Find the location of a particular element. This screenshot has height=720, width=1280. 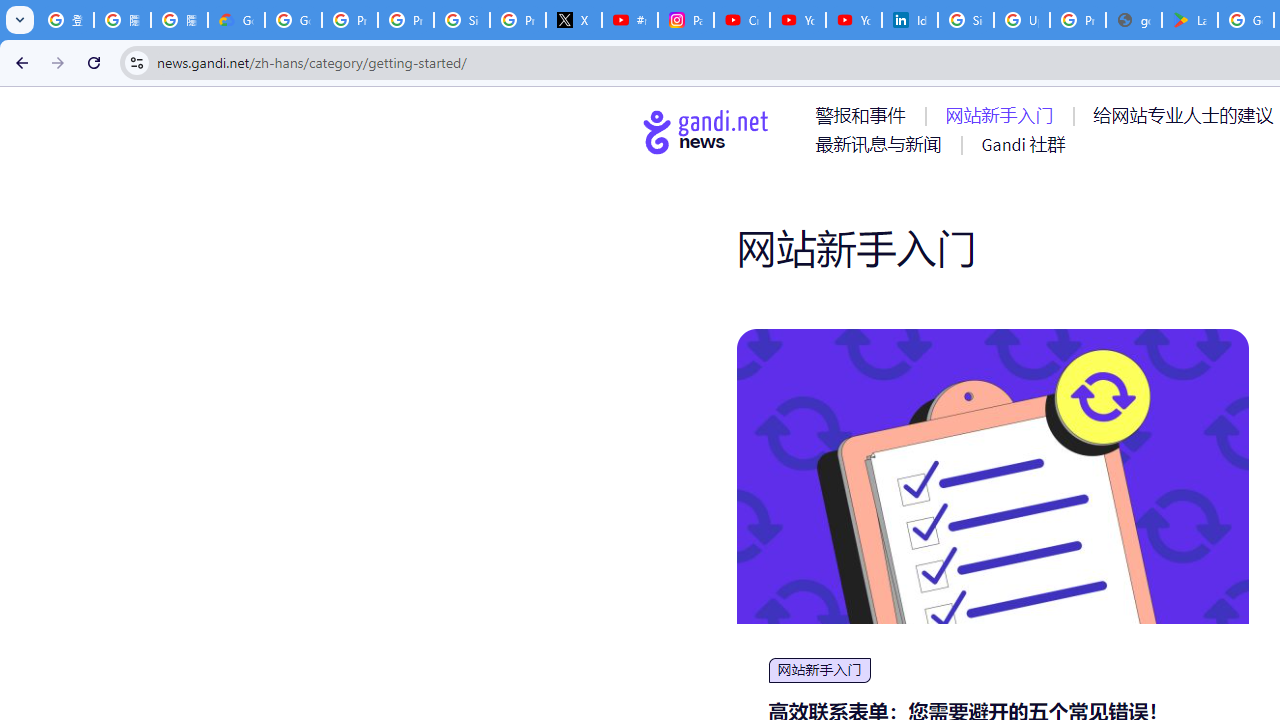

'Privacy Help Center - Policies Help' is located at coordinates (350, 20).